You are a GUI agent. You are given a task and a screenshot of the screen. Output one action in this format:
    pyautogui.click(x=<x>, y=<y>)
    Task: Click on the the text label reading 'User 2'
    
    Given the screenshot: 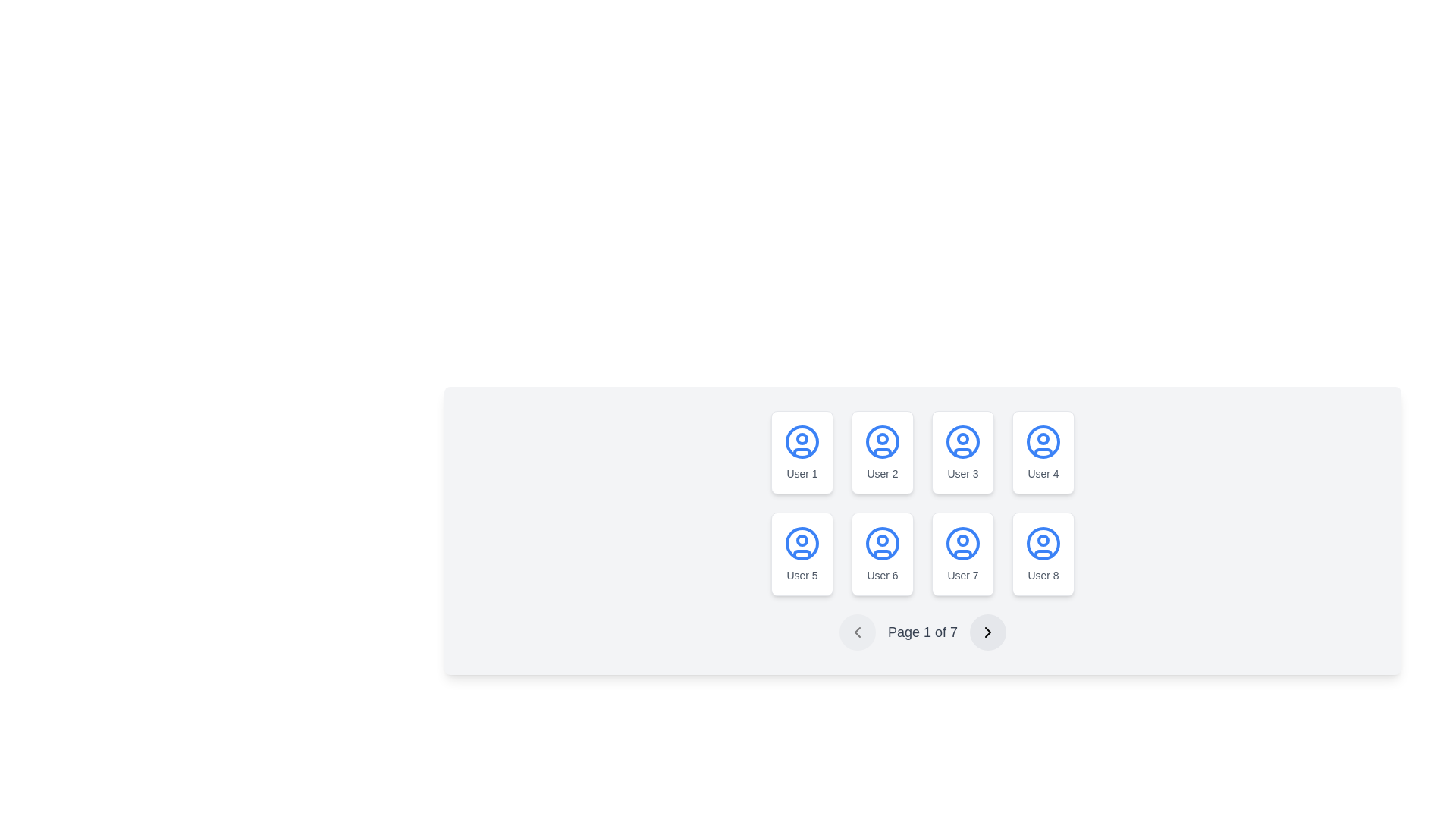 What is the action you would take?
    pyautogui.click(x=882, y=472)
    